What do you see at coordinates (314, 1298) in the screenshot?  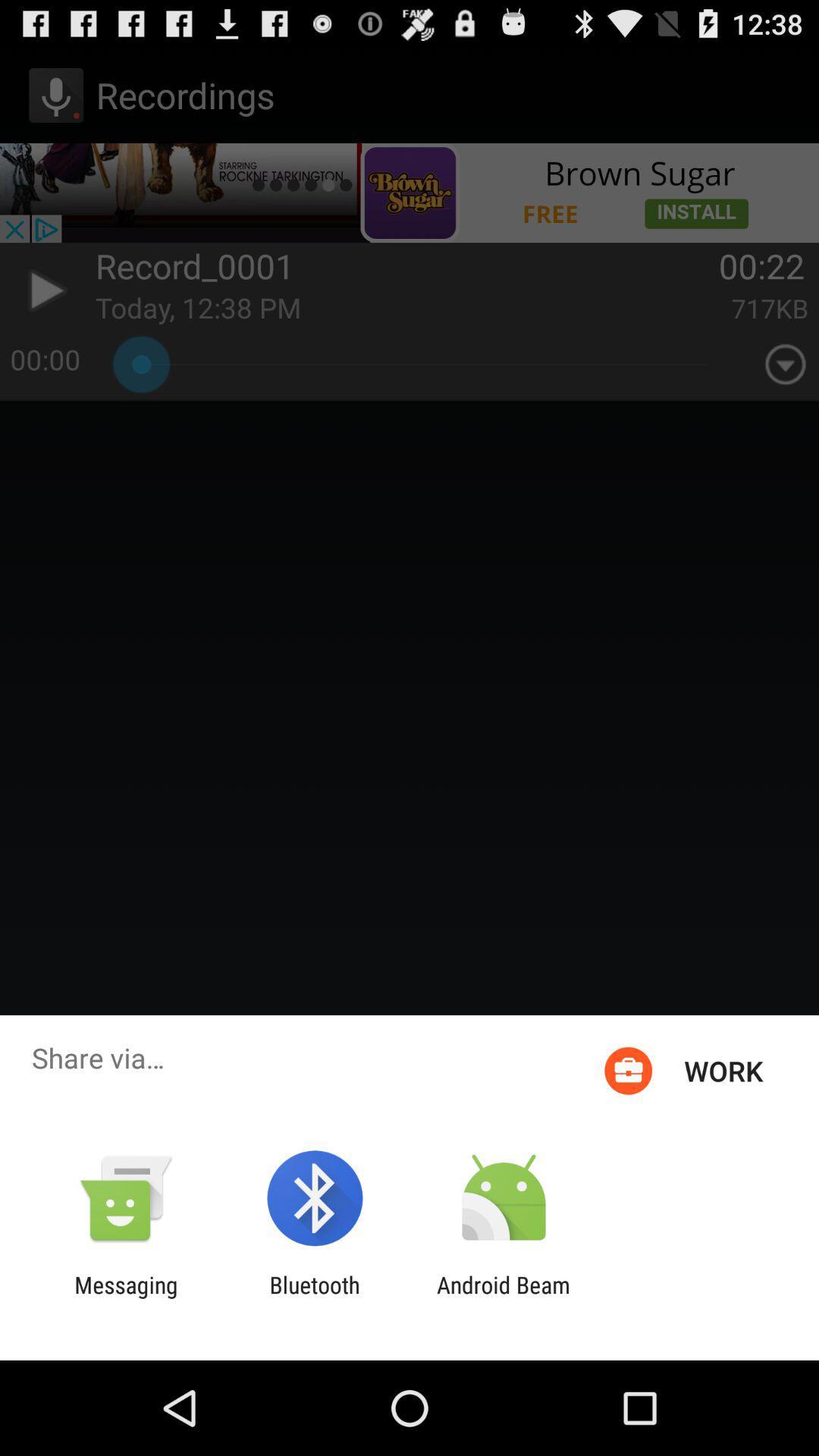 I see `bluetooth item` at bounding box center [314, 1298].